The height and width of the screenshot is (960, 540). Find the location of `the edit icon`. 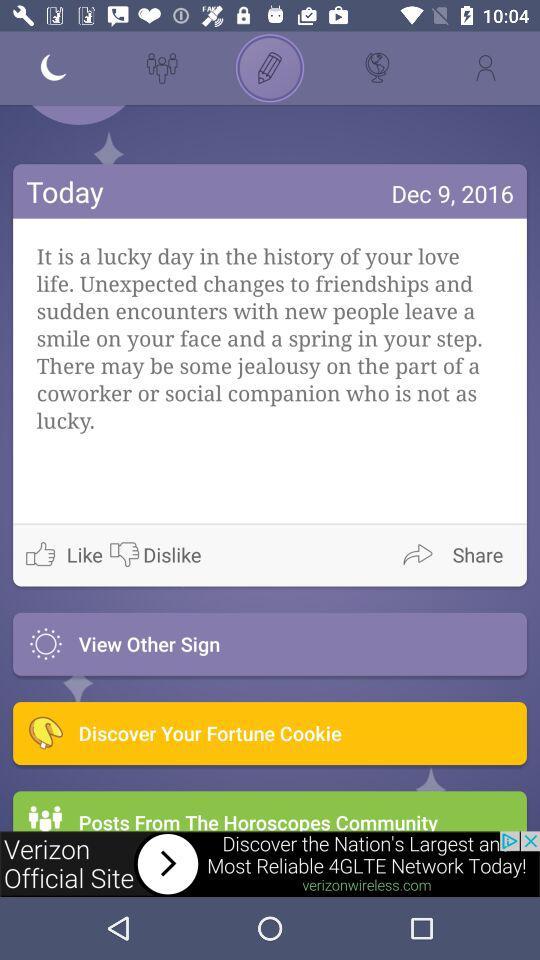

the edit icon is located at coordinates (270, 68).